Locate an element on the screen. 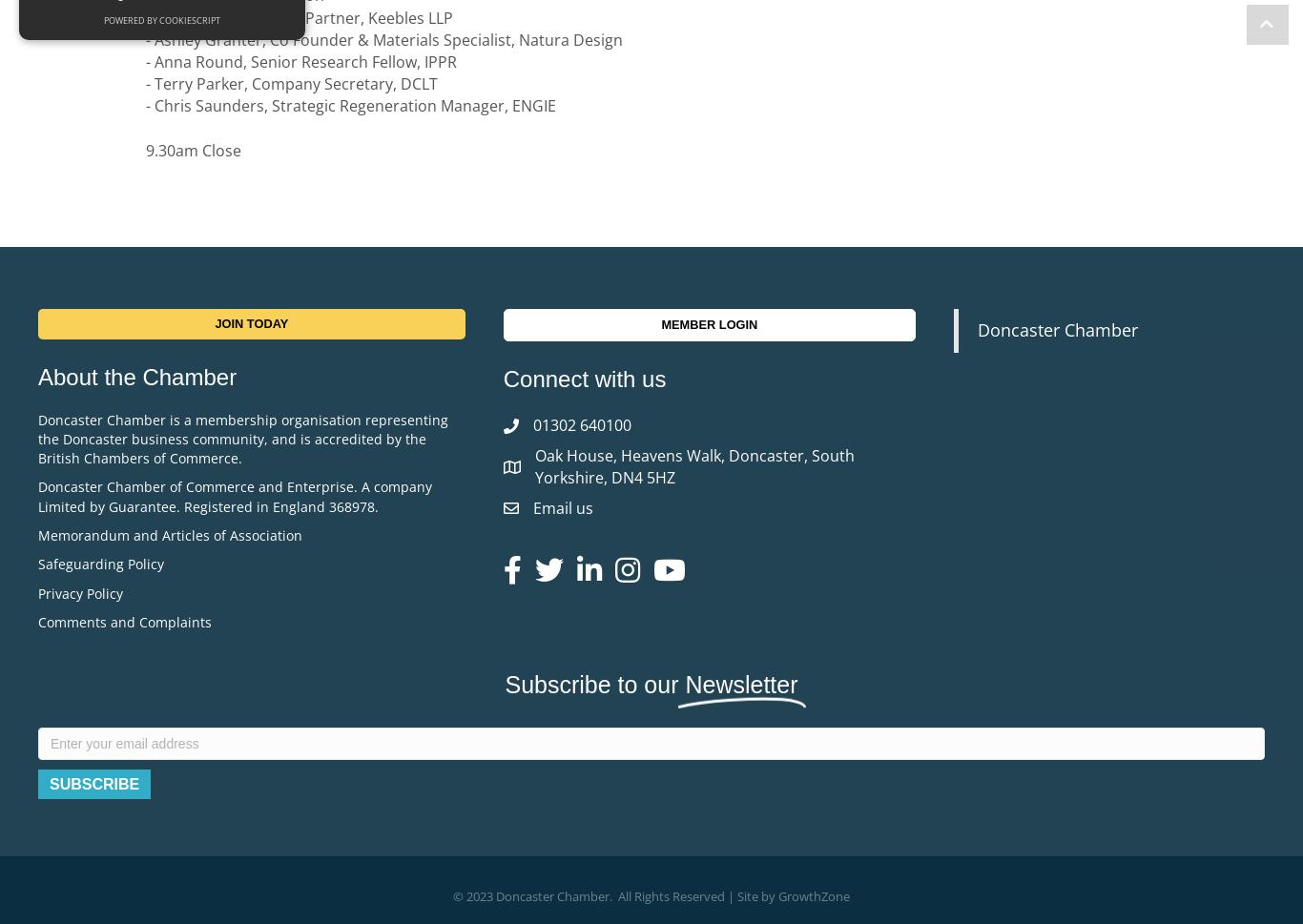 This screenshot has width=1303, height=924. '- Anna Round, Senior Research Fellow, IPPR' is located at coordinates (303, 61).